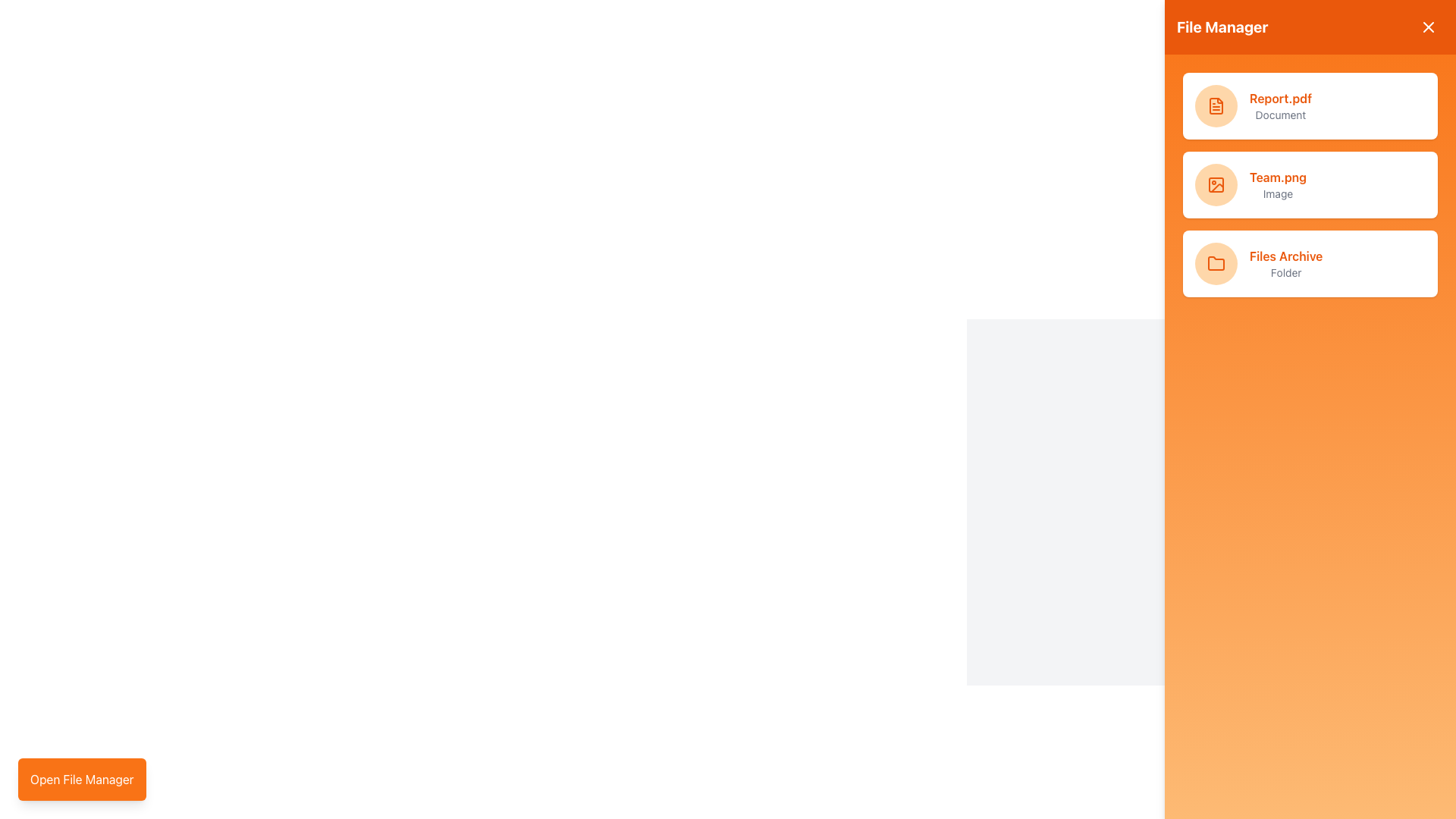 The height and width of the screenshot is (819, 1456). I want to click on the 'X' icon for closing or exiting located at the upper-right corner of the orange File Manager panel, so click(1427, 27).